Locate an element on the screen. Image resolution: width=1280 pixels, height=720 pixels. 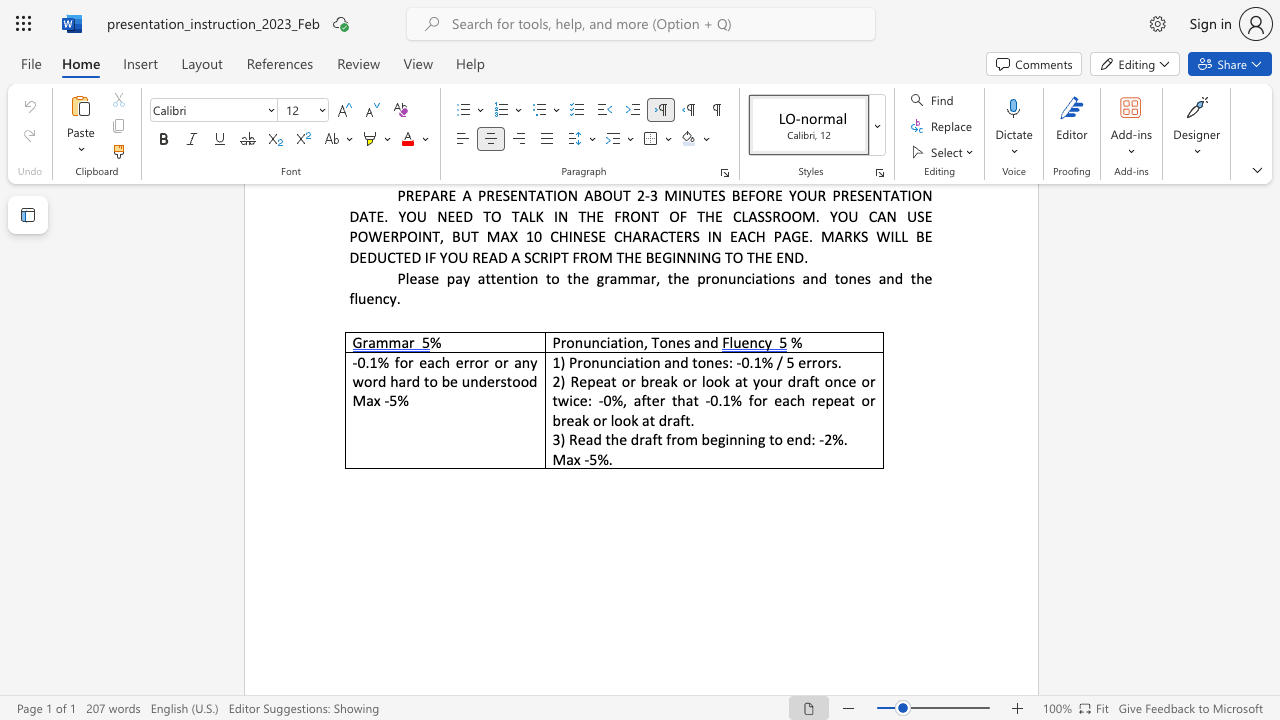
the subset text "ad the draft from begin" within the text "3) Read the draft from beginning to end: -2%." is located at coordinates (584, 438).